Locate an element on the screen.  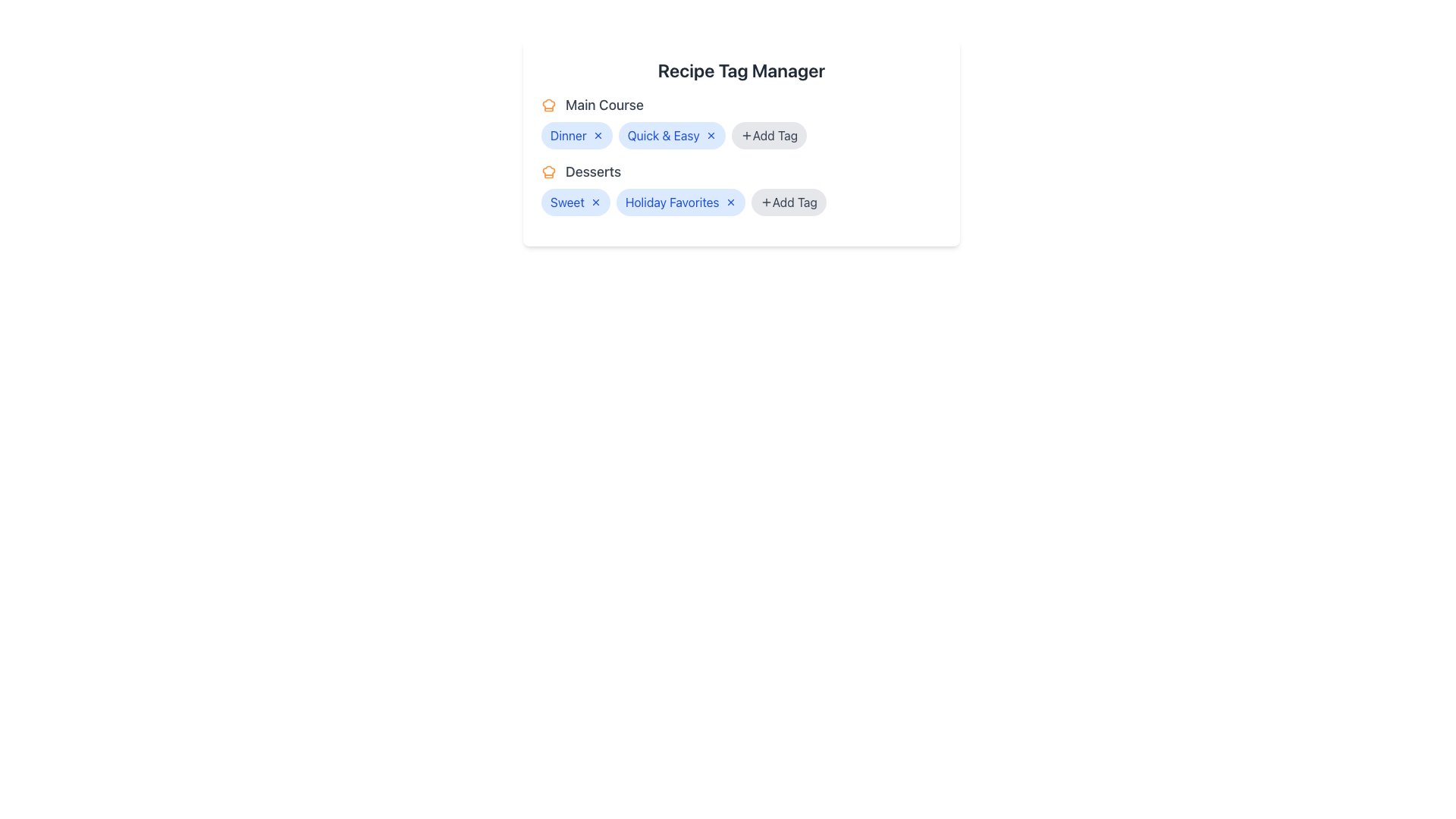
the small blue circular icon with a cross ('×') inside it, located to the right of the 'Quick & Easy' text is located at coordinates (709, 134).